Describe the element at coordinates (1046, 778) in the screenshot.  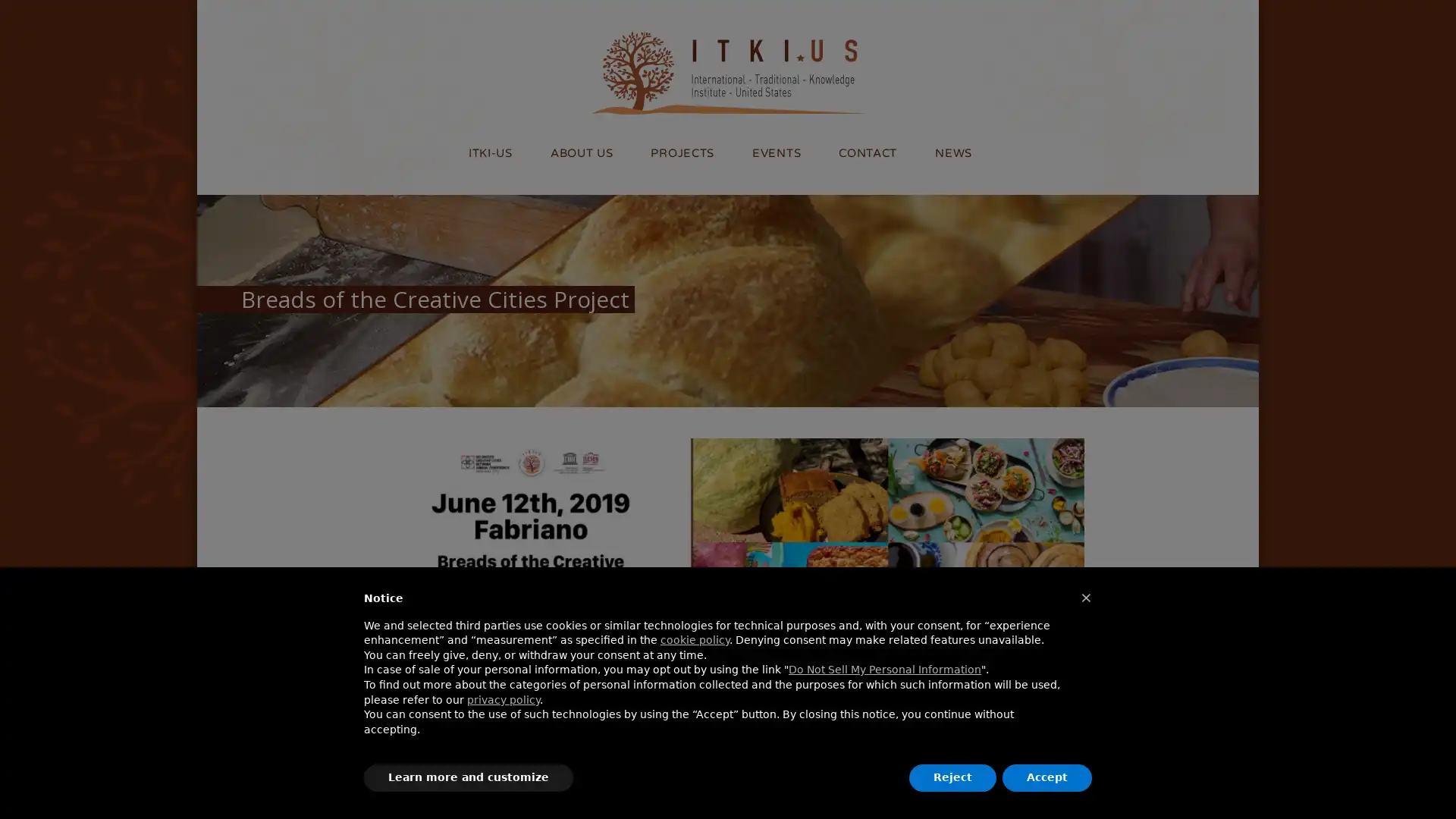
I see `Accept` at that location.